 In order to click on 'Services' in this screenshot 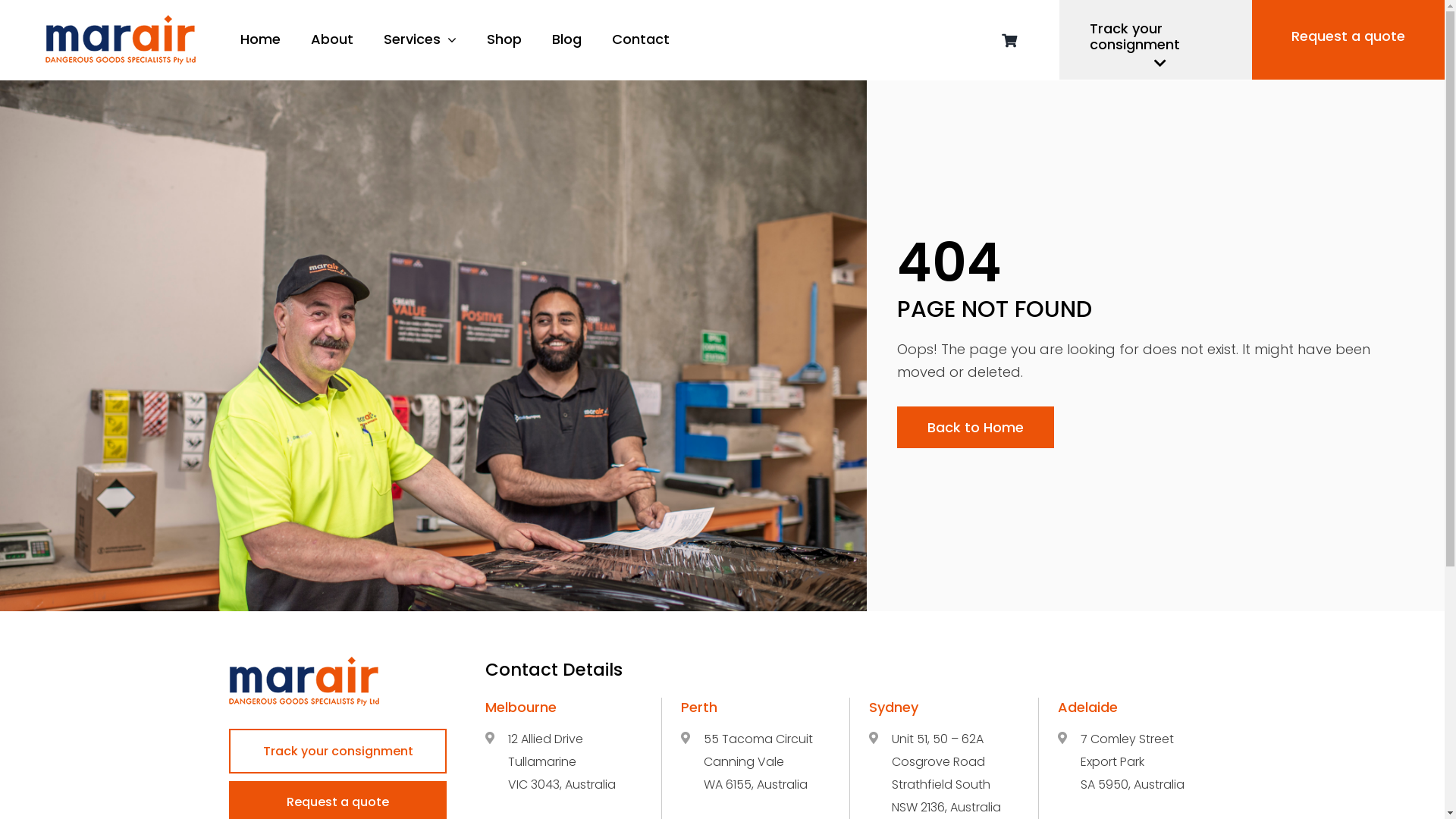, I will do `click(419, 39)`.